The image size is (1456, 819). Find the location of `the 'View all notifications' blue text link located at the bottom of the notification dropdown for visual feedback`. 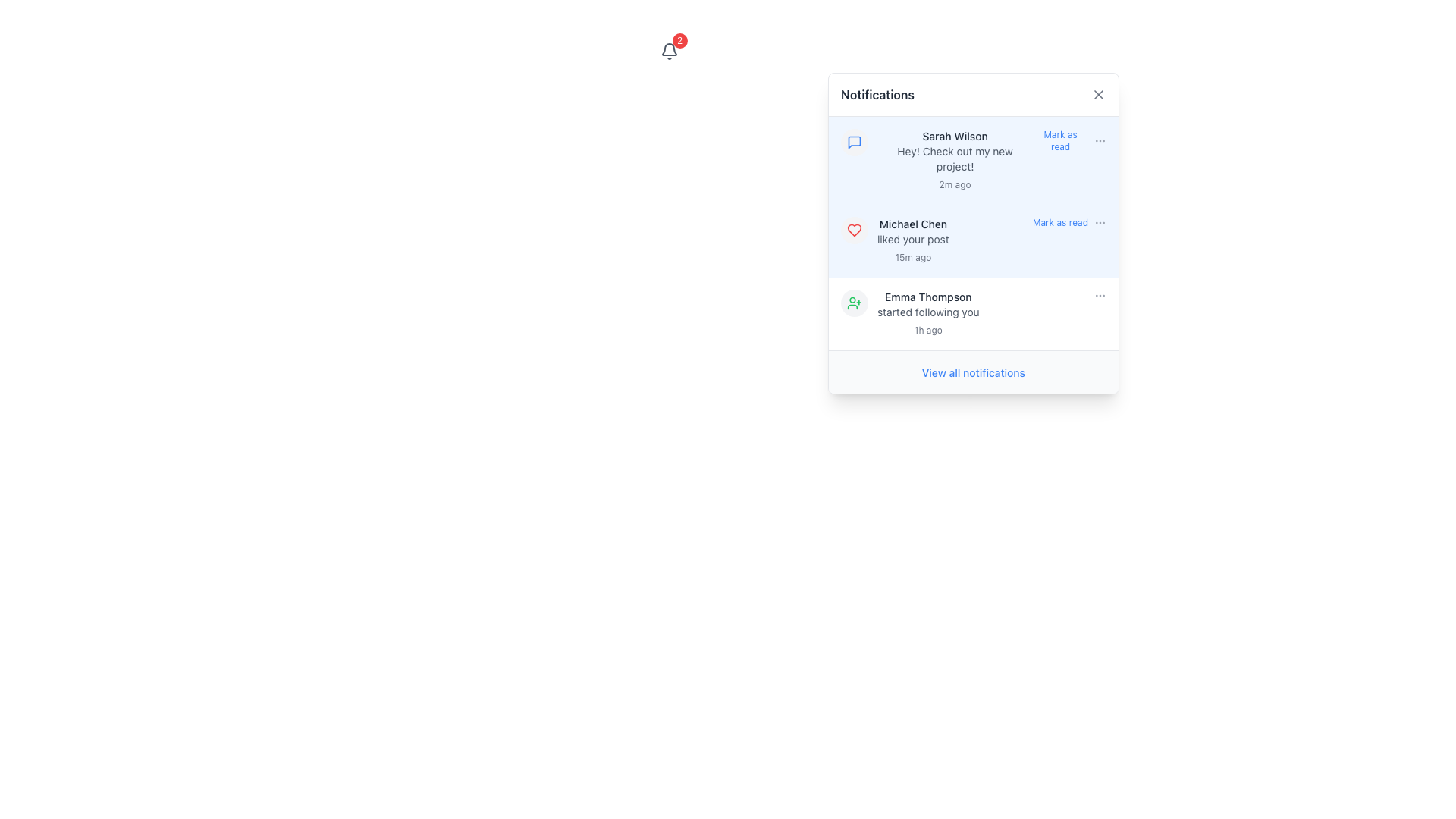

the 'View all notifications' blue text link located at the bottom of the notification dropdown for visual feedback is located at coordinates (973, 371).